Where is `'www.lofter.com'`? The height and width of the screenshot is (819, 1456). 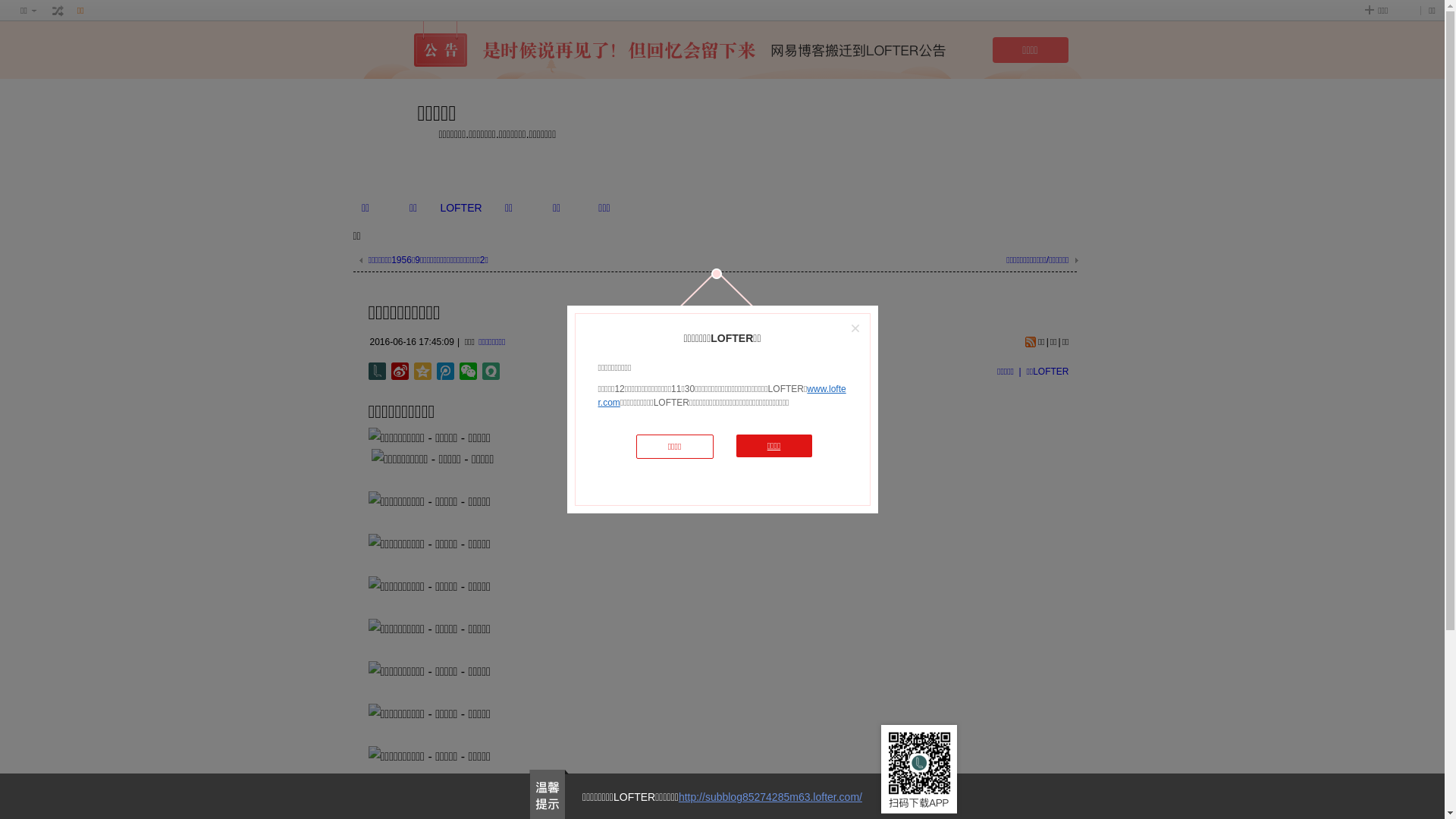
'www.lofter.com' is located at coordinates (720, 394).